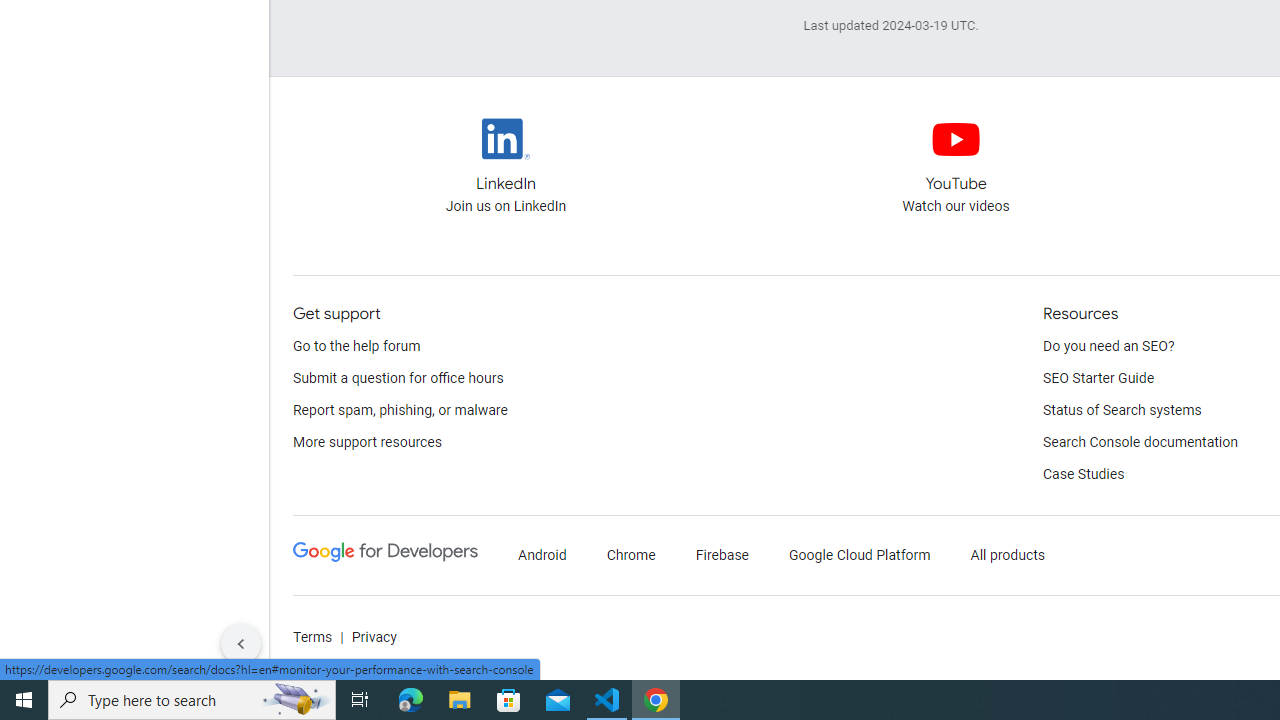 The height and width of the screenshot is (720, 1280). What do you see at coordinates (1140, 442) in the screenshot?
I see `'Search Console documentation'` at bounding box center [1140, 442].